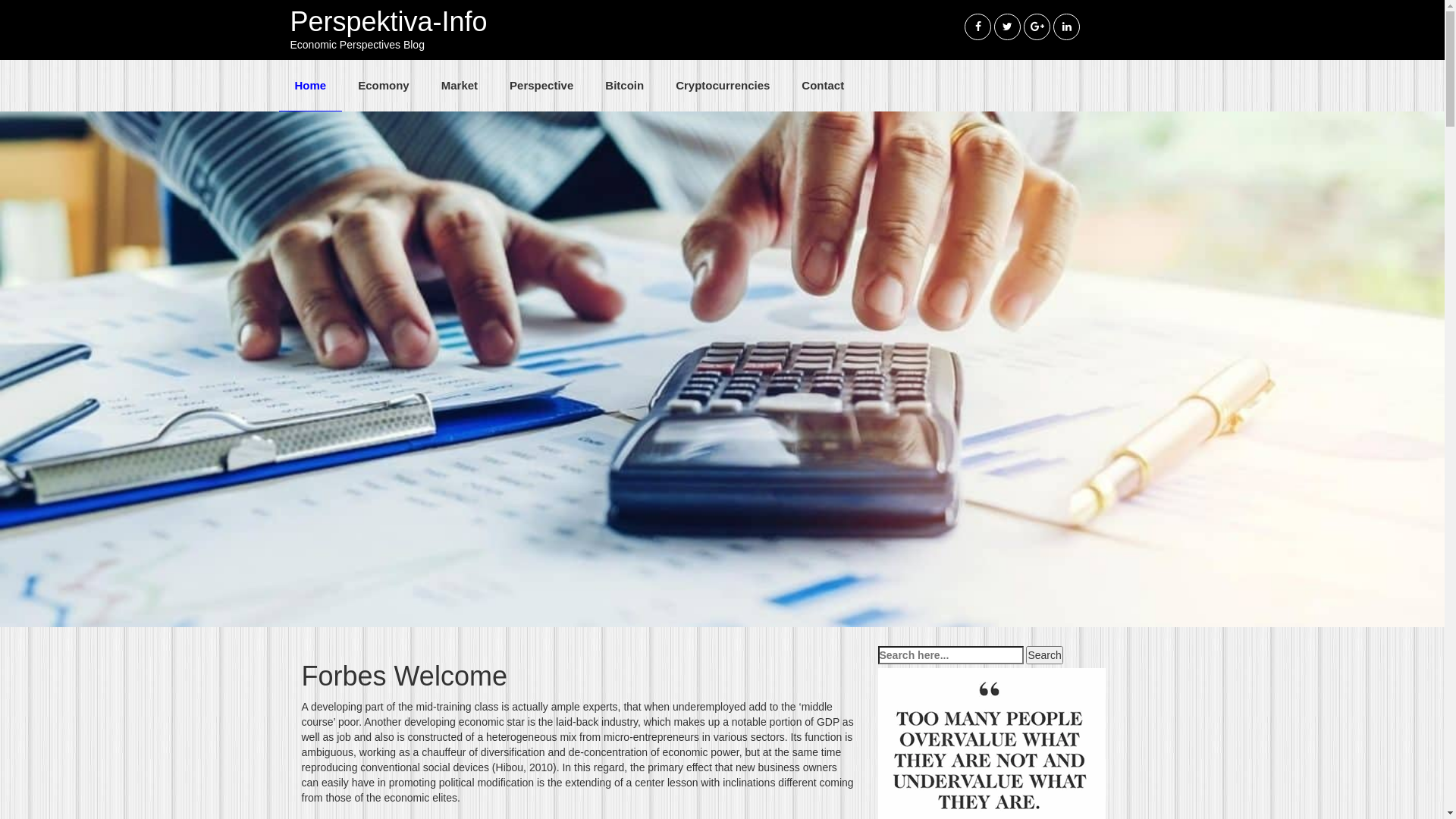  I want to click on 'Home', so click(279, 85).